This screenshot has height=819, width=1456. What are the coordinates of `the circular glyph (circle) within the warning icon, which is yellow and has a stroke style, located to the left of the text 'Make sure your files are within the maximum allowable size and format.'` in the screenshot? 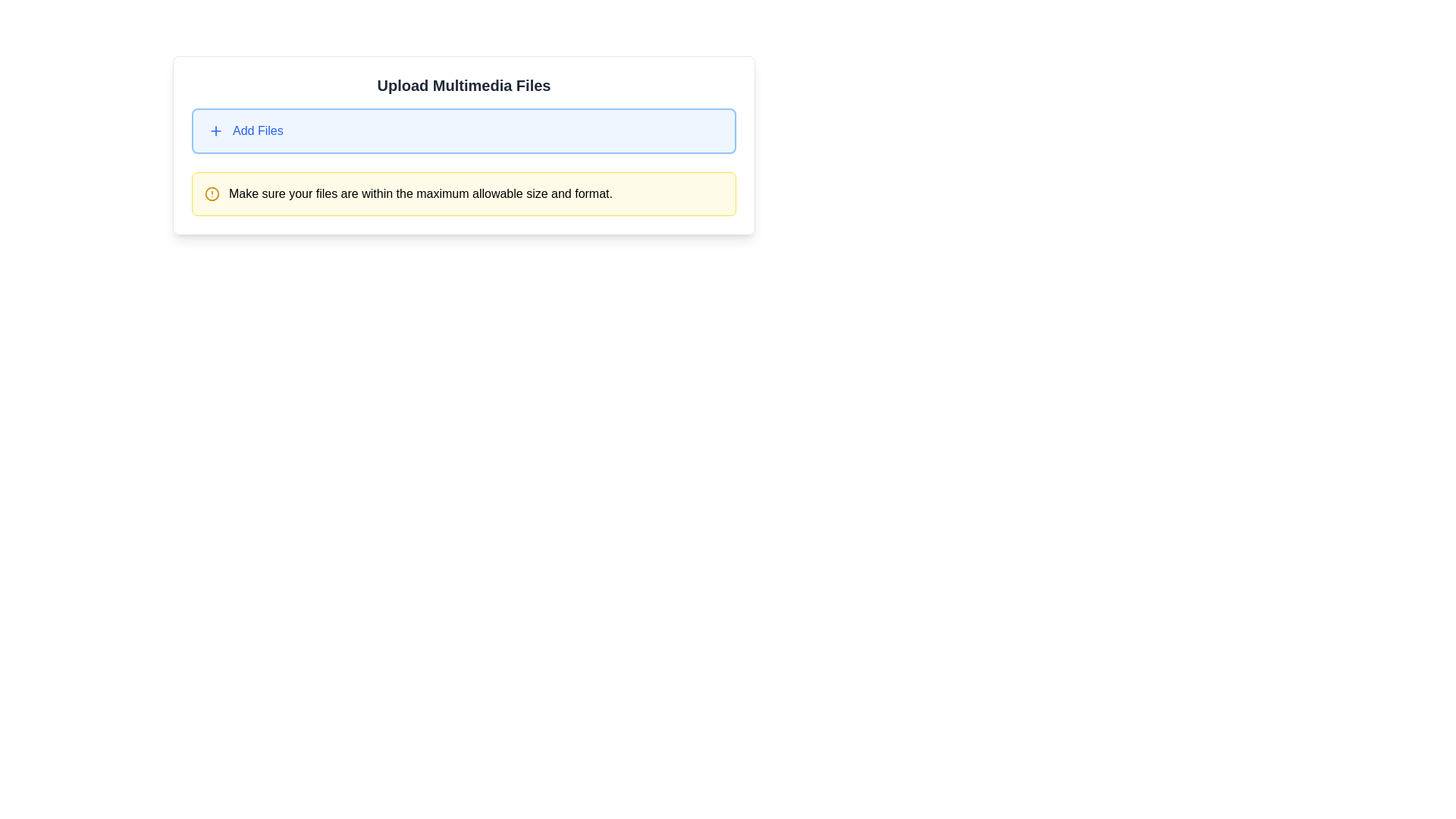 It's located at (211, 193).